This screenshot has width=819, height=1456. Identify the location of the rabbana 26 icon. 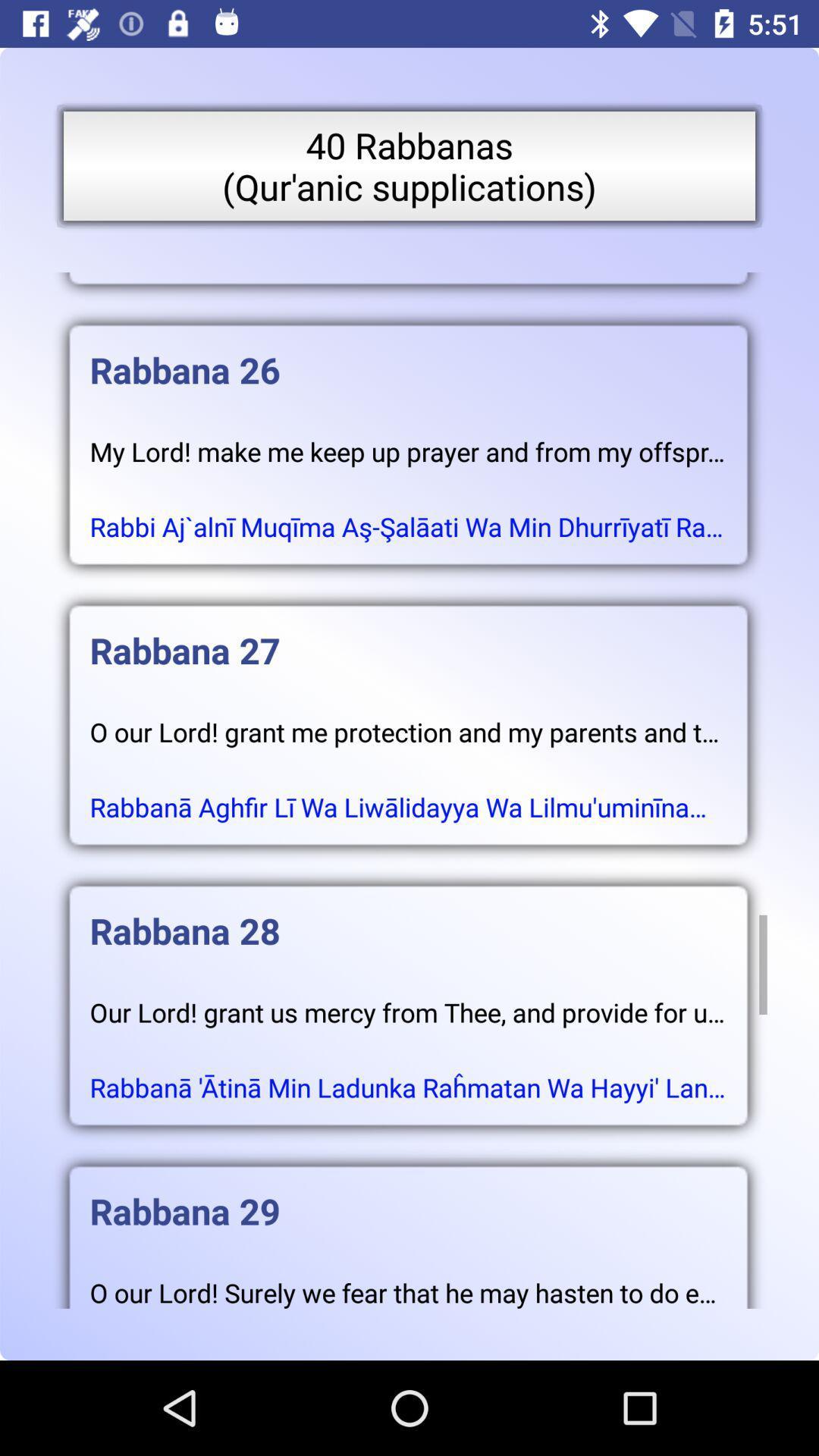
(407, 354).